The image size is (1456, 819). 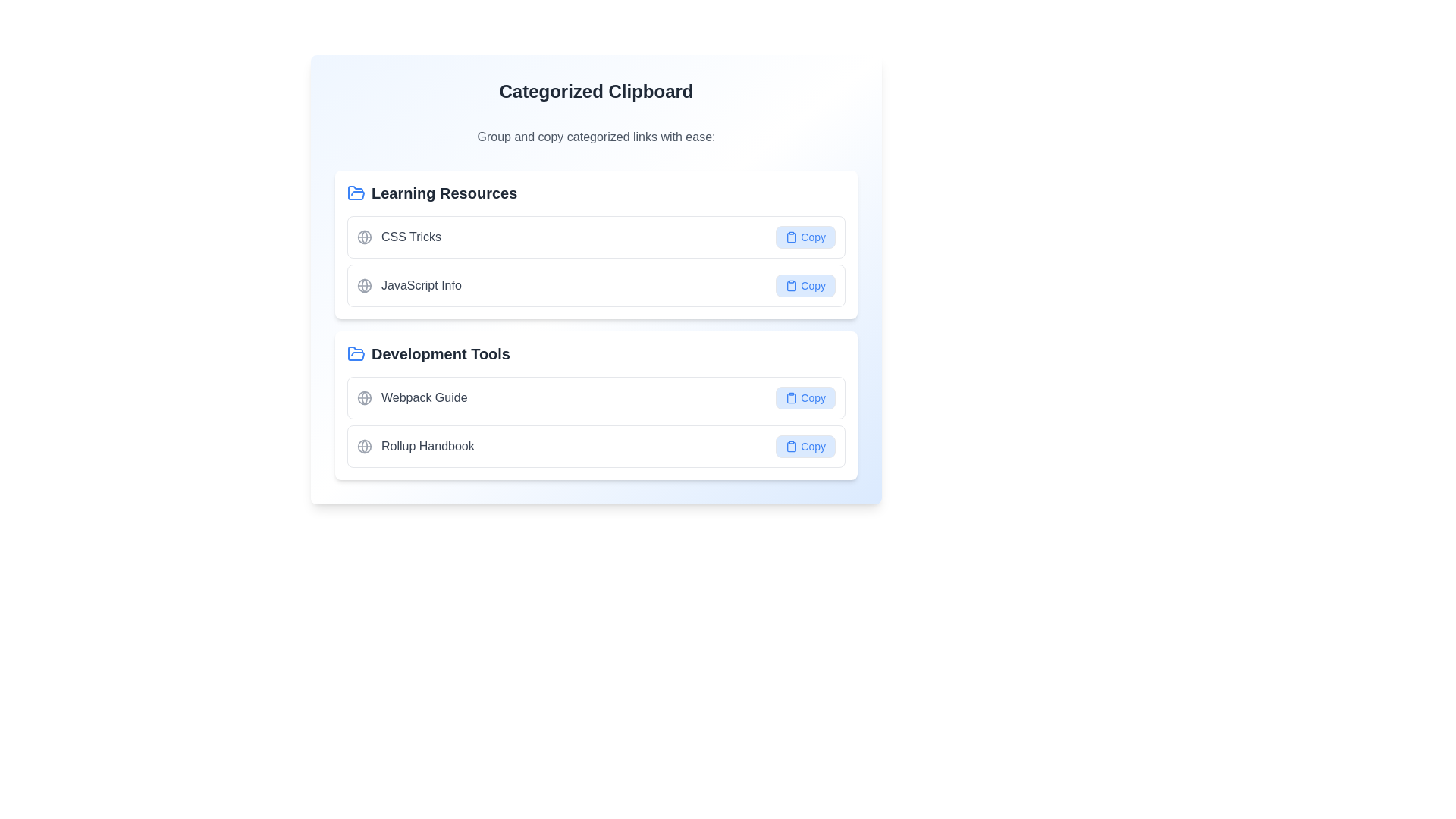 I want to click on the graphical icon part resembling an open folder, located under the 'Categorized Clipboard' section for 'Development Tools', so click(x=356, y=353).